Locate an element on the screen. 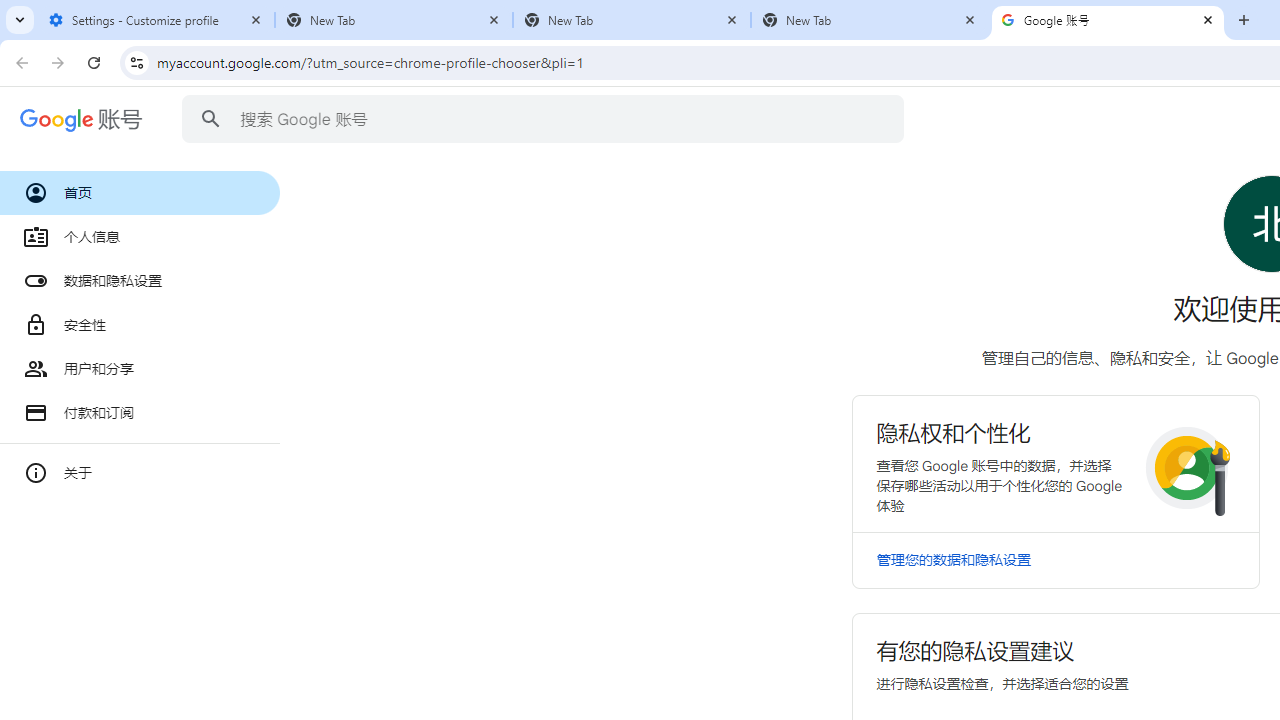  'Close' is located at coordinates (1207, 19).